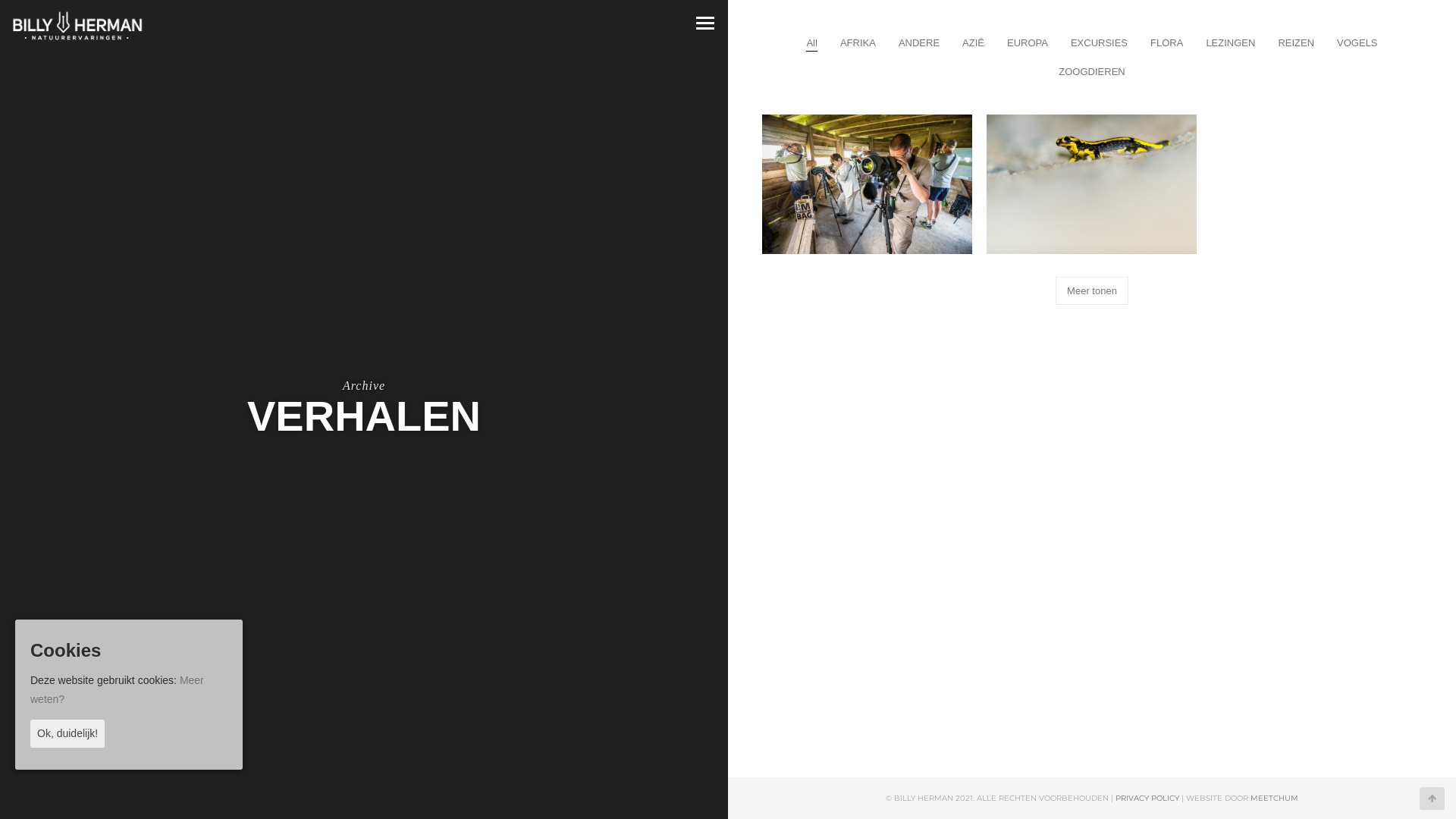  Describe the element at coordinates (116, 689) in the screenshot. I see `'Meer weten?'` at that location.